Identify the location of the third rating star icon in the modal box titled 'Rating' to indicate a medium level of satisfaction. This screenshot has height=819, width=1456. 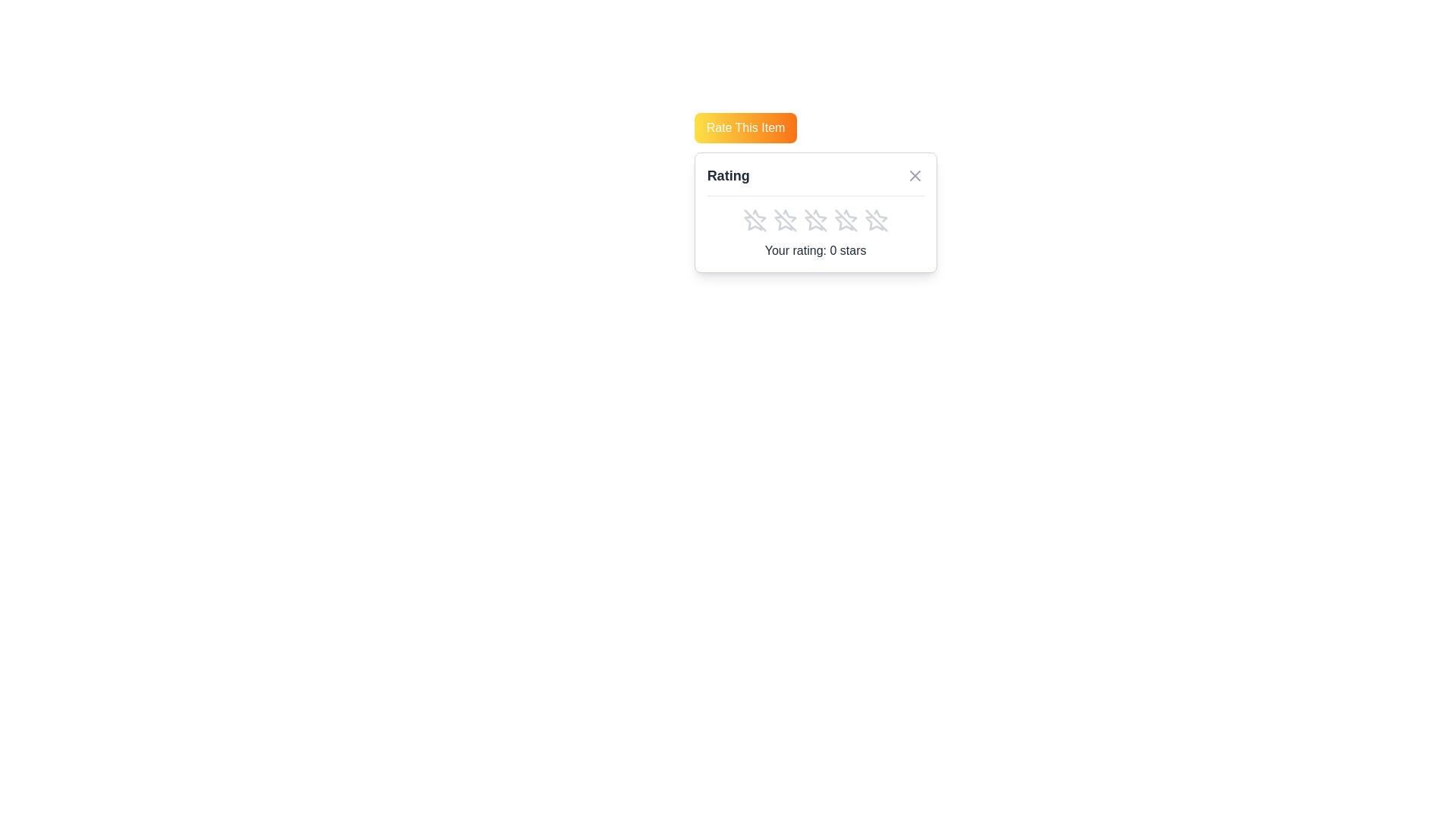
(814, 220).